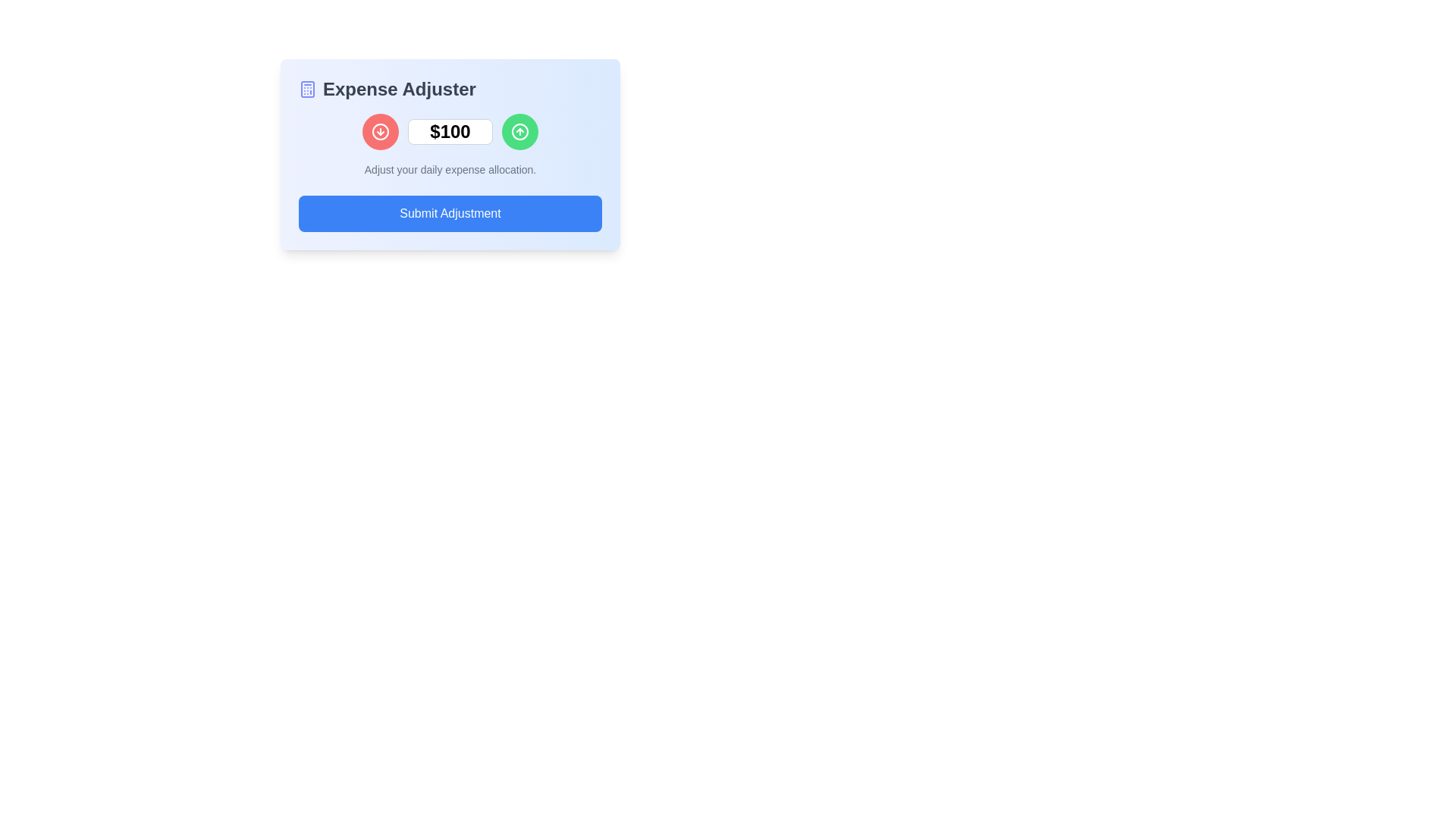  I want to click on the interactive decrement button located to the left of the monetary input field in the Expense Adjuster UI card, so click(381, 130).